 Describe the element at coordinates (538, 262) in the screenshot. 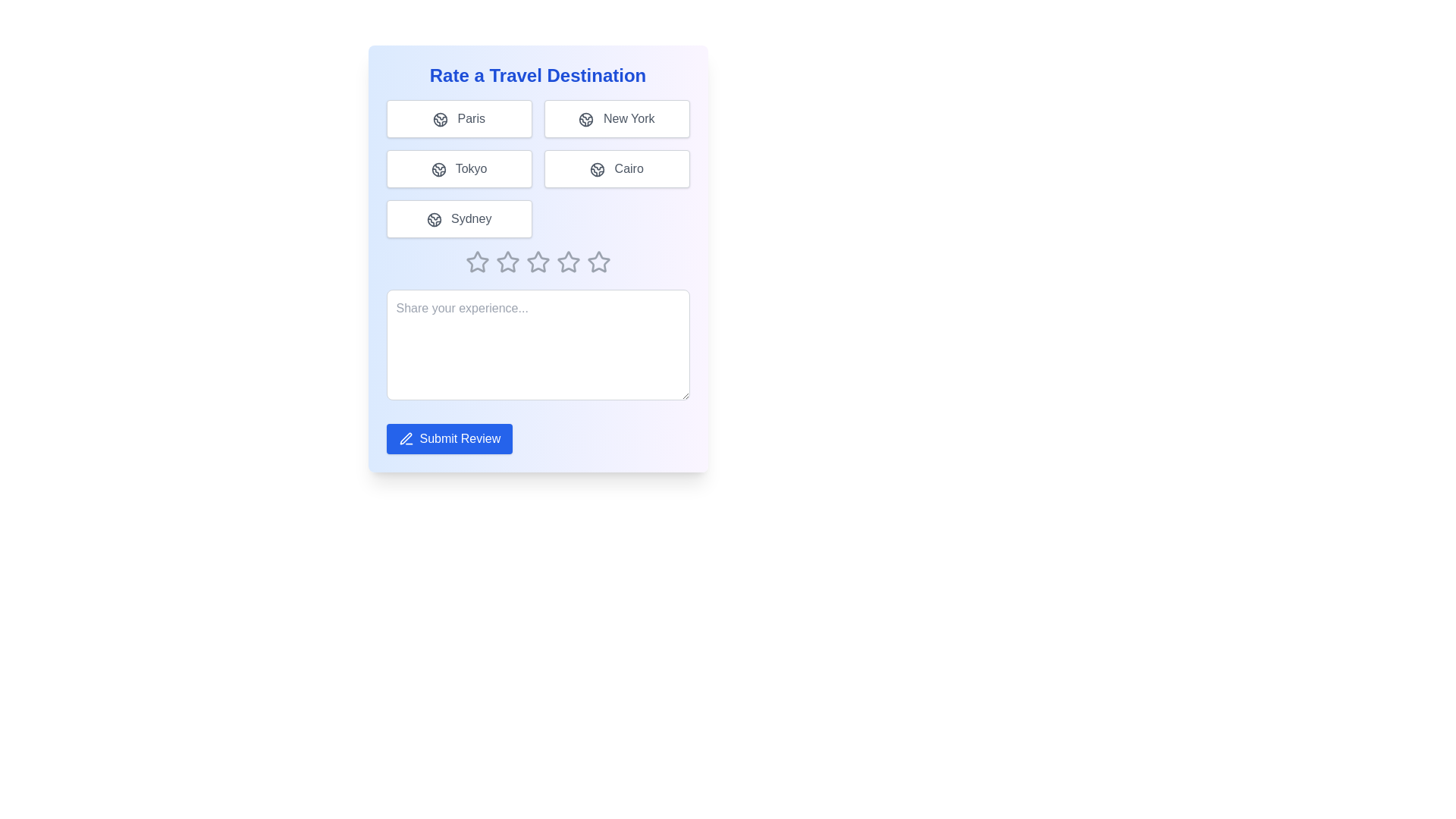

I see `the fourth star in the rating panel to provide feedback` at that location.